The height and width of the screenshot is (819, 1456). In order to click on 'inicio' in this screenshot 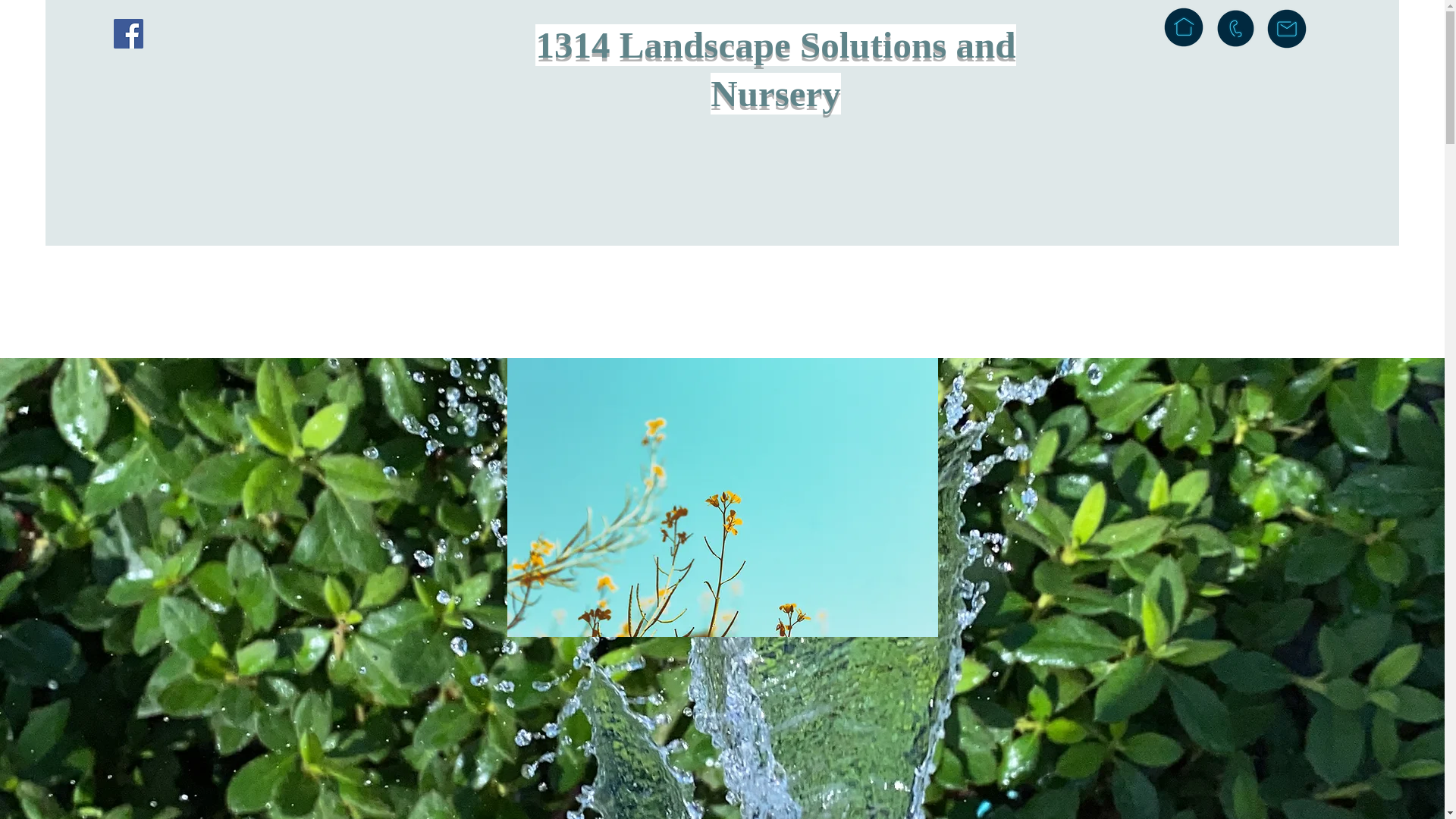, I will do `click(1182, 27)`.